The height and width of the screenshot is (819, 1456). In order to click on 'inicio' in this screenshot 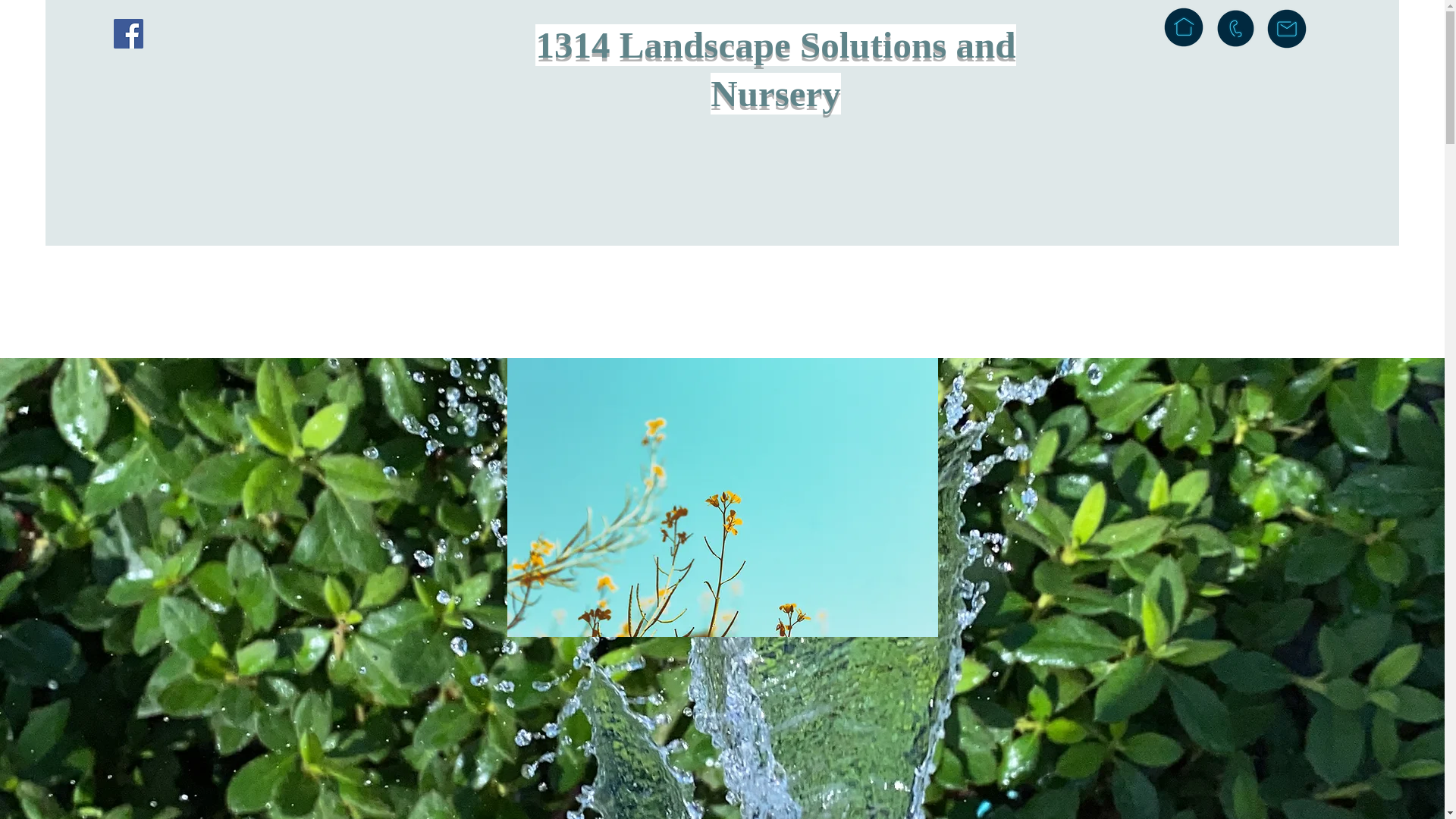, I will do `click(1182, 27)`.